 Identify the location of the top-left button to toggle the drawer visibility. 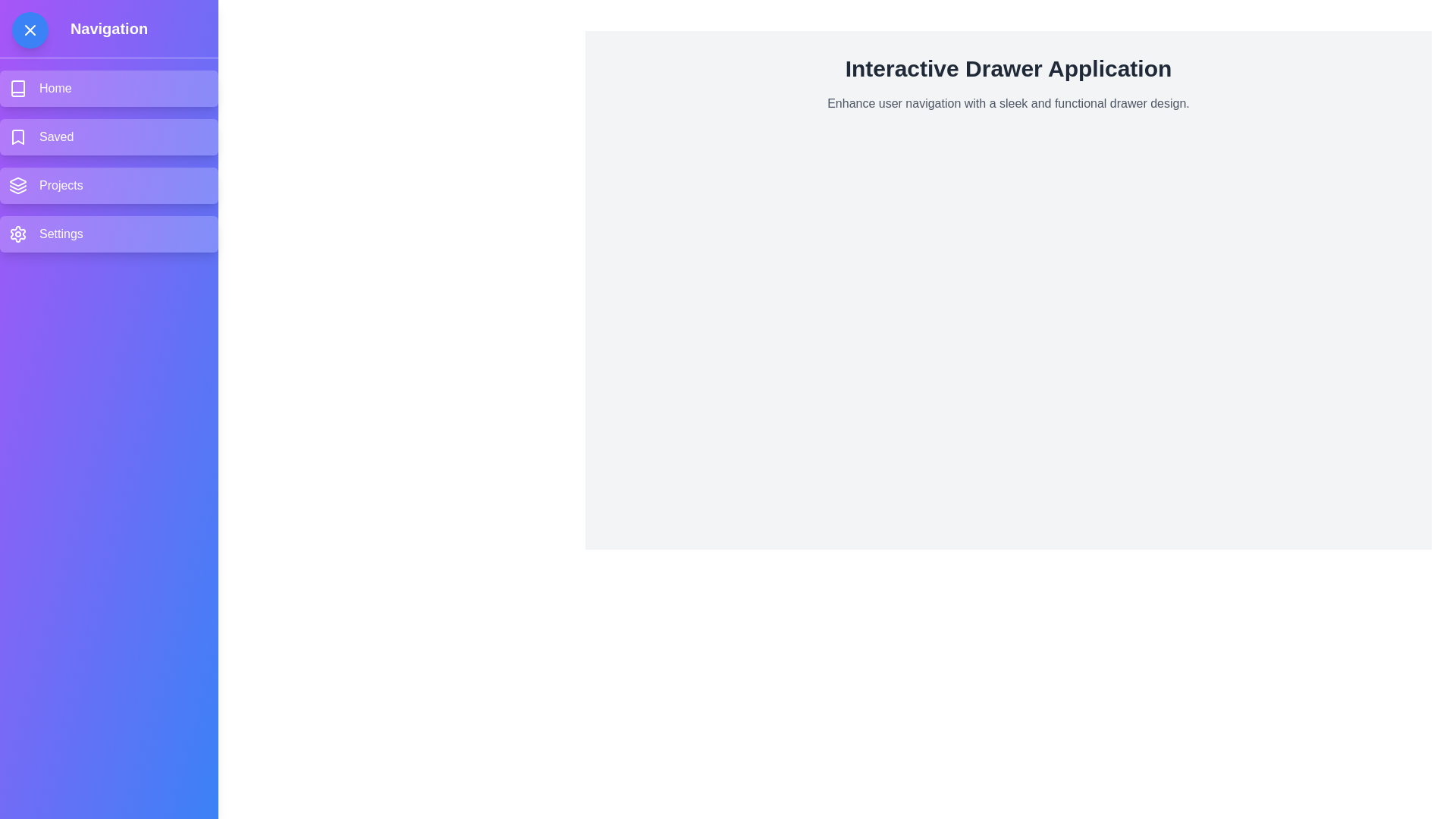
(30, 30).